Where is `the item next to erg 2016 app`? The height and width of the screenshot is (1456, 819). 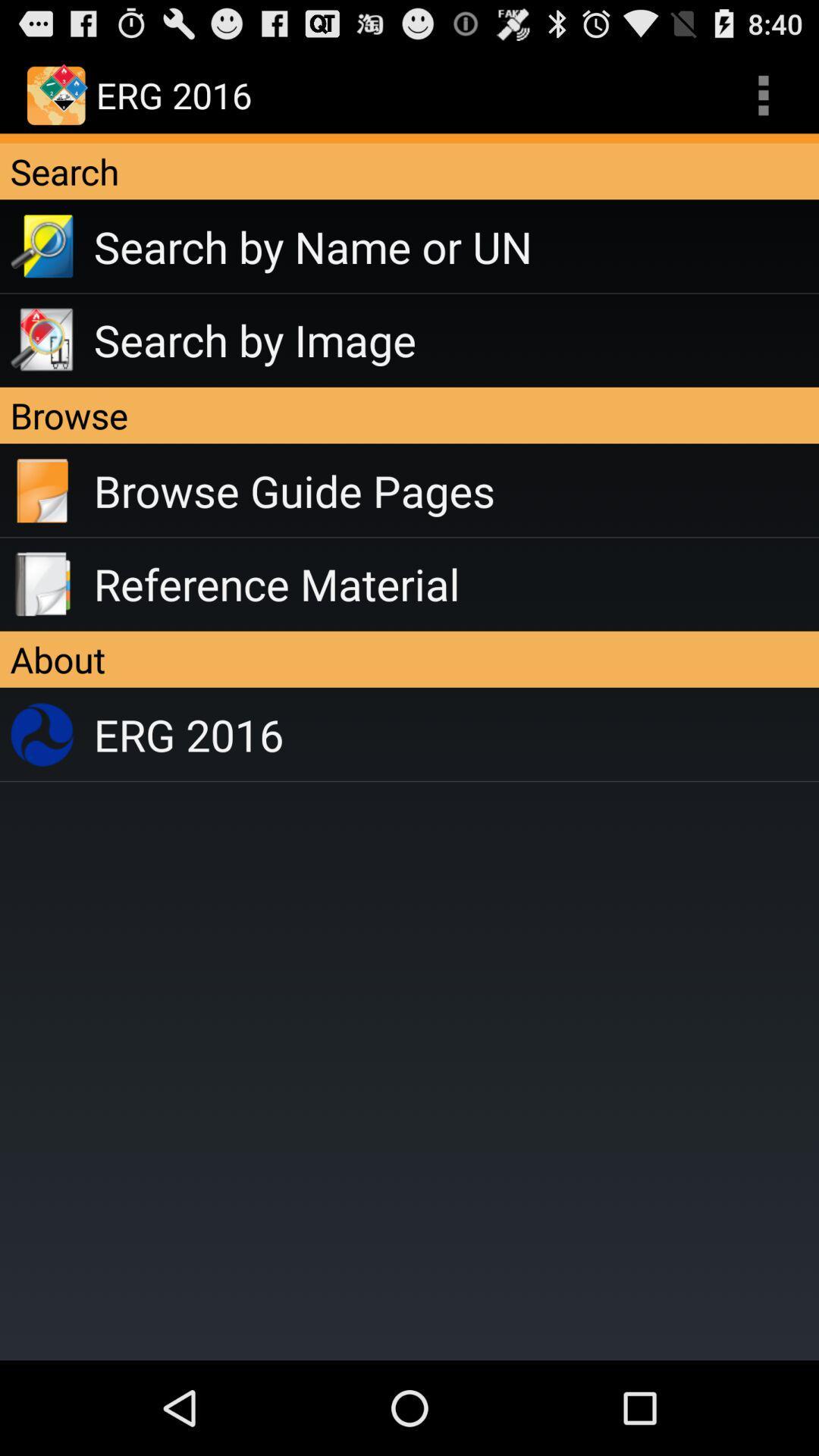 the item next to erg 2016 app is located at coordinates (763, 94).